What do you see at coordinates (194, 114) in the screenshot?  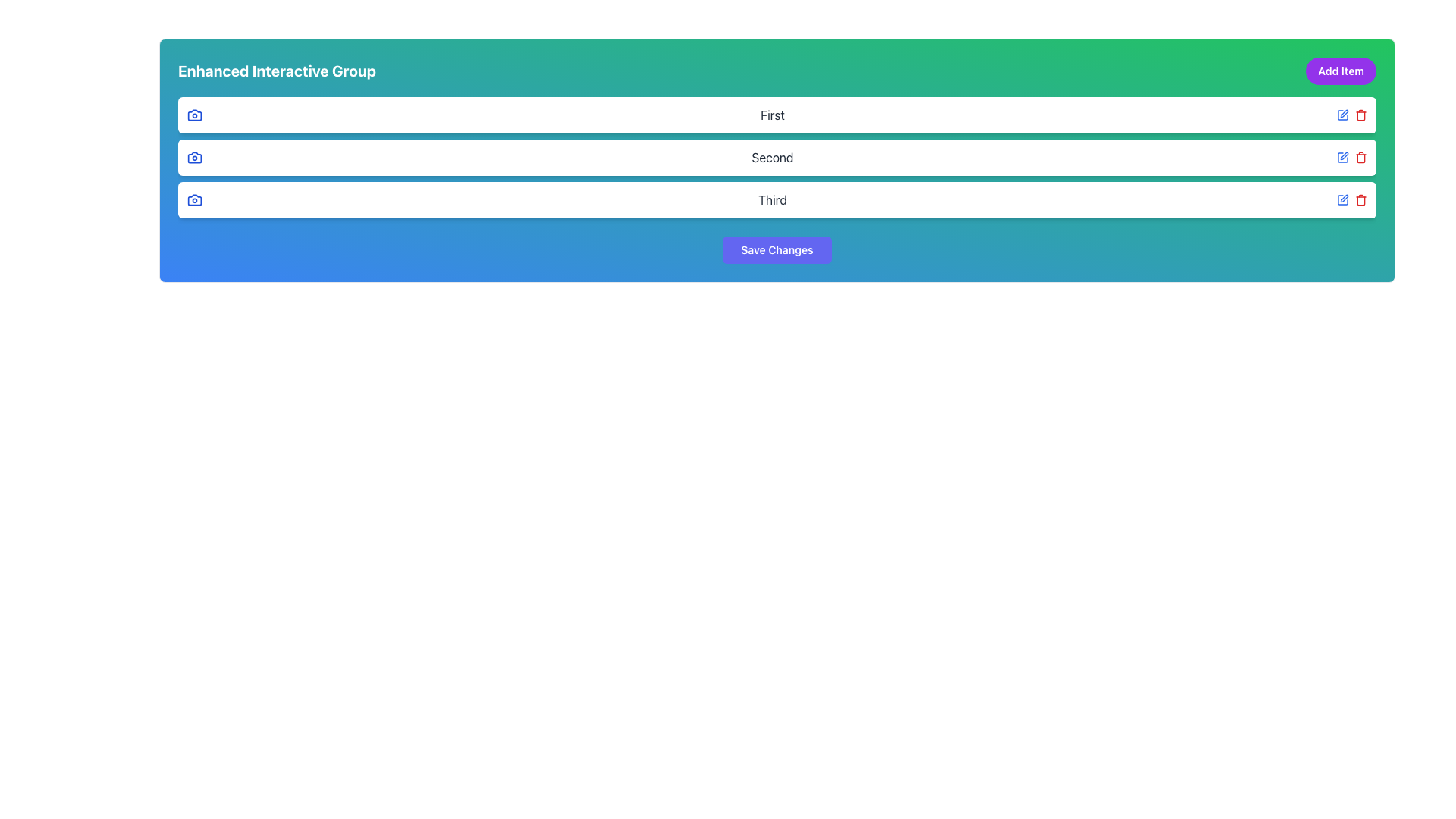 I see `the decorative icon that represents capturing or viewing images within the camera icon in the uppermost row of the 'Enhanced Interactive Group' section` at bounding box center [194, 114].